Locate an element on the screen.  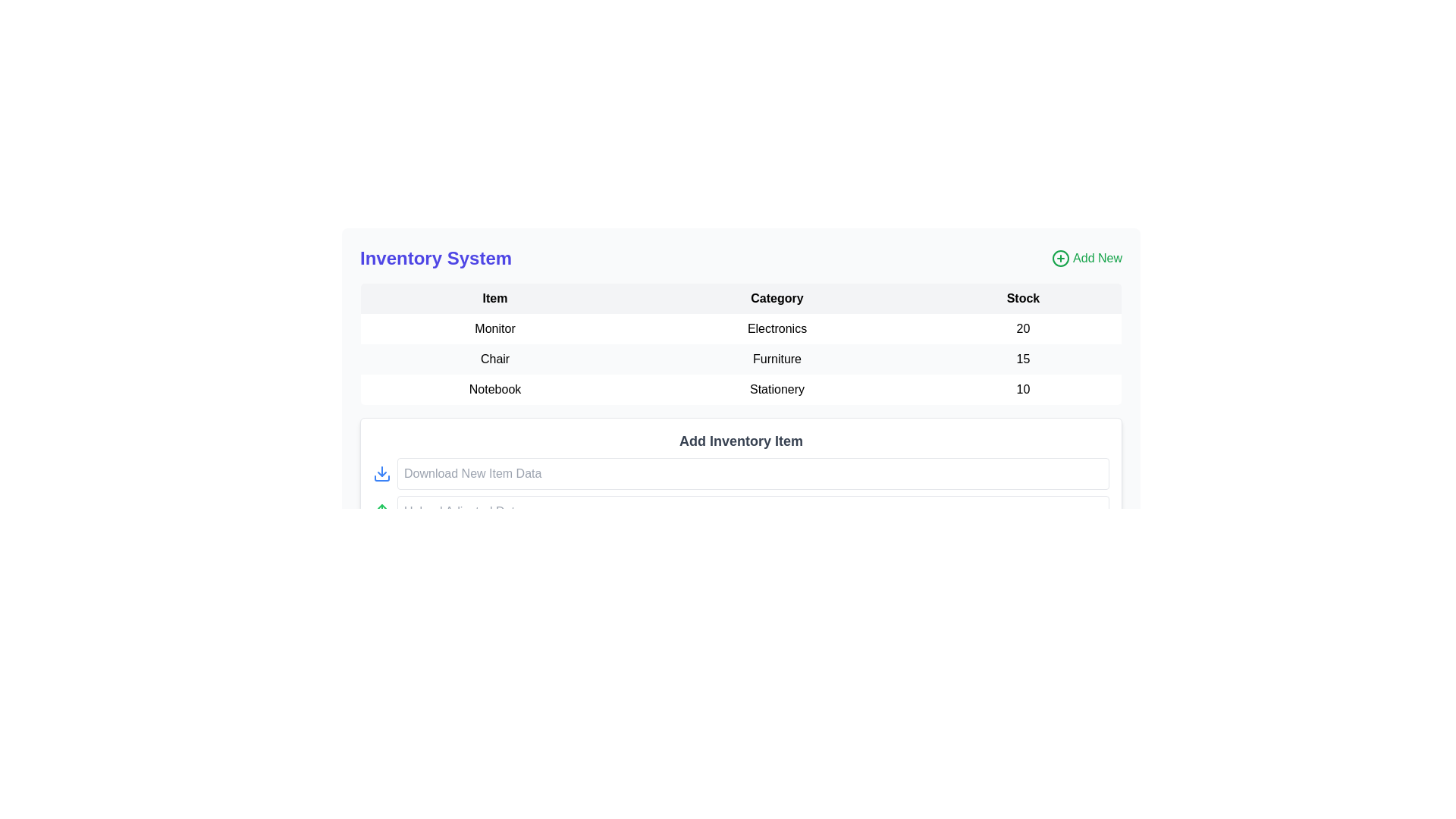
the 'Notebook' text label displayed in a bold style, which is the first cell in a row of a table layout is located at coordinates (494, 389).